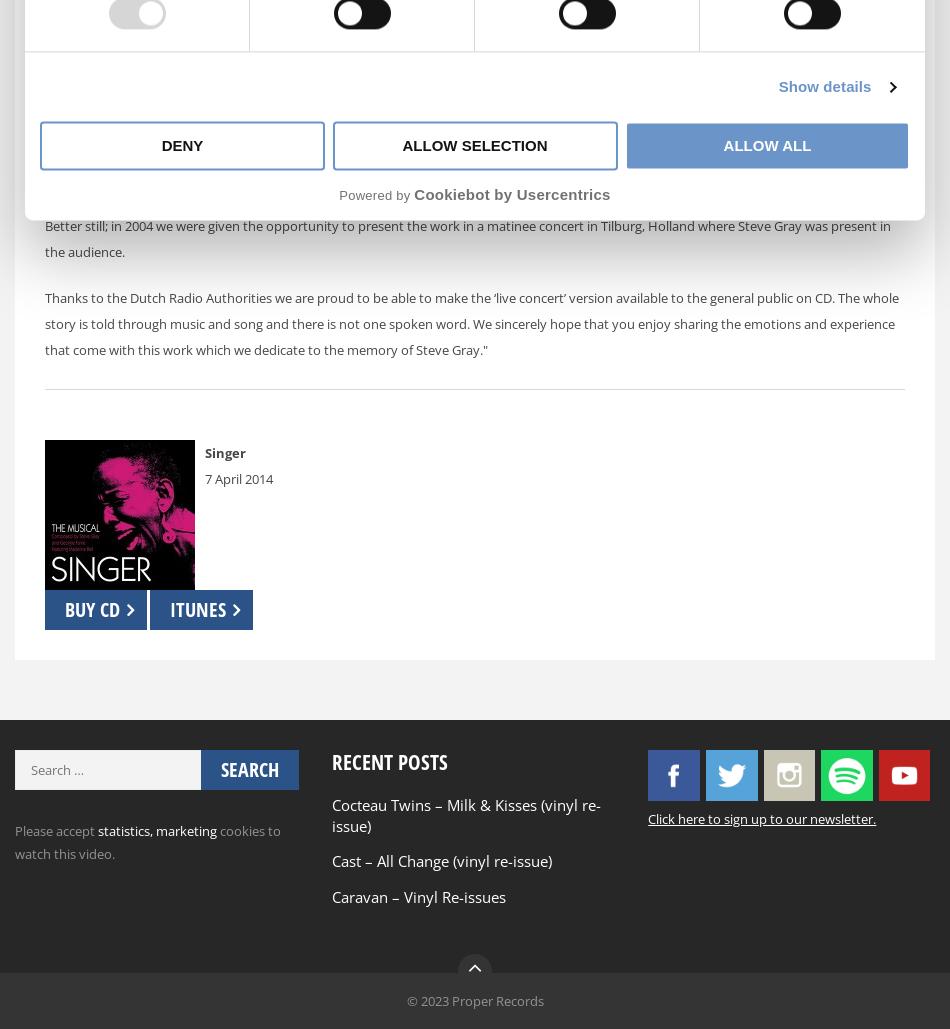 Image resolution: width=950 pixels, height=1029 pixels. Describe the element at coordinates (225, 452) in the screenshot. I see `'Singer'` at that location.